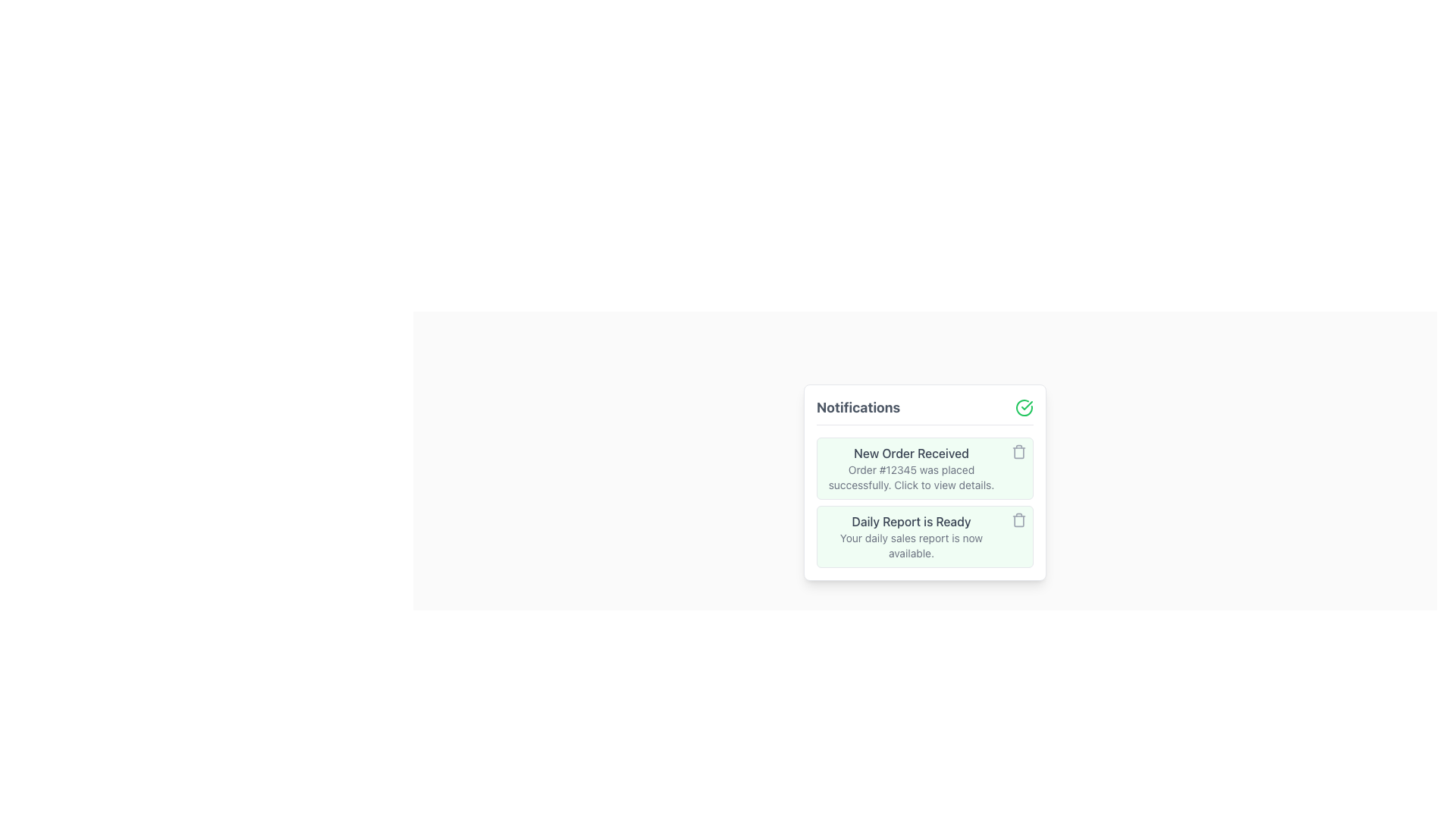  Describe the element at coordinates (1019, 519) in the screenshot. I see `the trash can icon button located in the bottom-right corner of the 'Daily Report is Ready' notification box, which changes color from gray to red when hovered over` at that location.